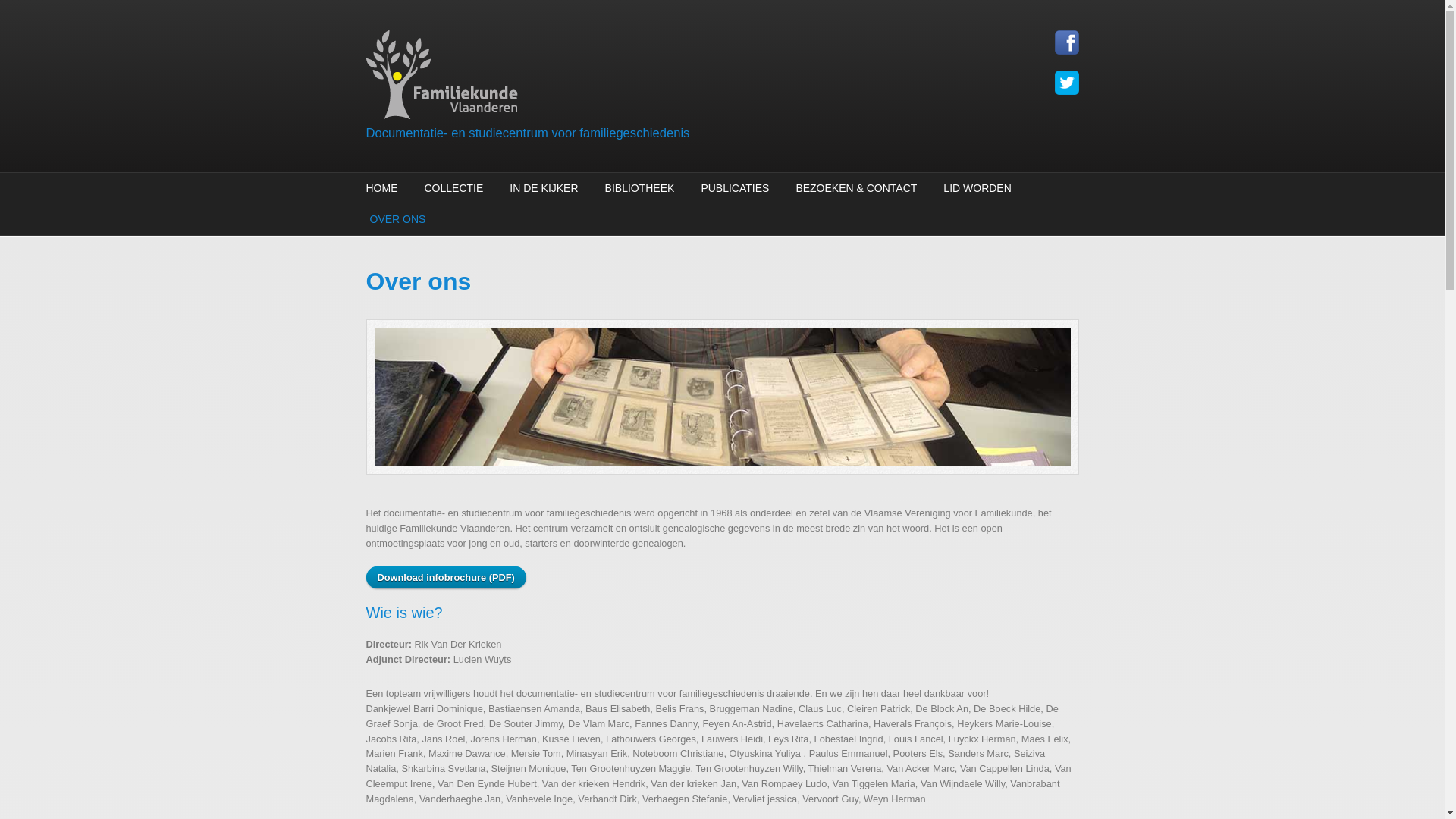  Describe the element at coordinates (600, 77) in the screenshot. I see `'Home'` at that location.